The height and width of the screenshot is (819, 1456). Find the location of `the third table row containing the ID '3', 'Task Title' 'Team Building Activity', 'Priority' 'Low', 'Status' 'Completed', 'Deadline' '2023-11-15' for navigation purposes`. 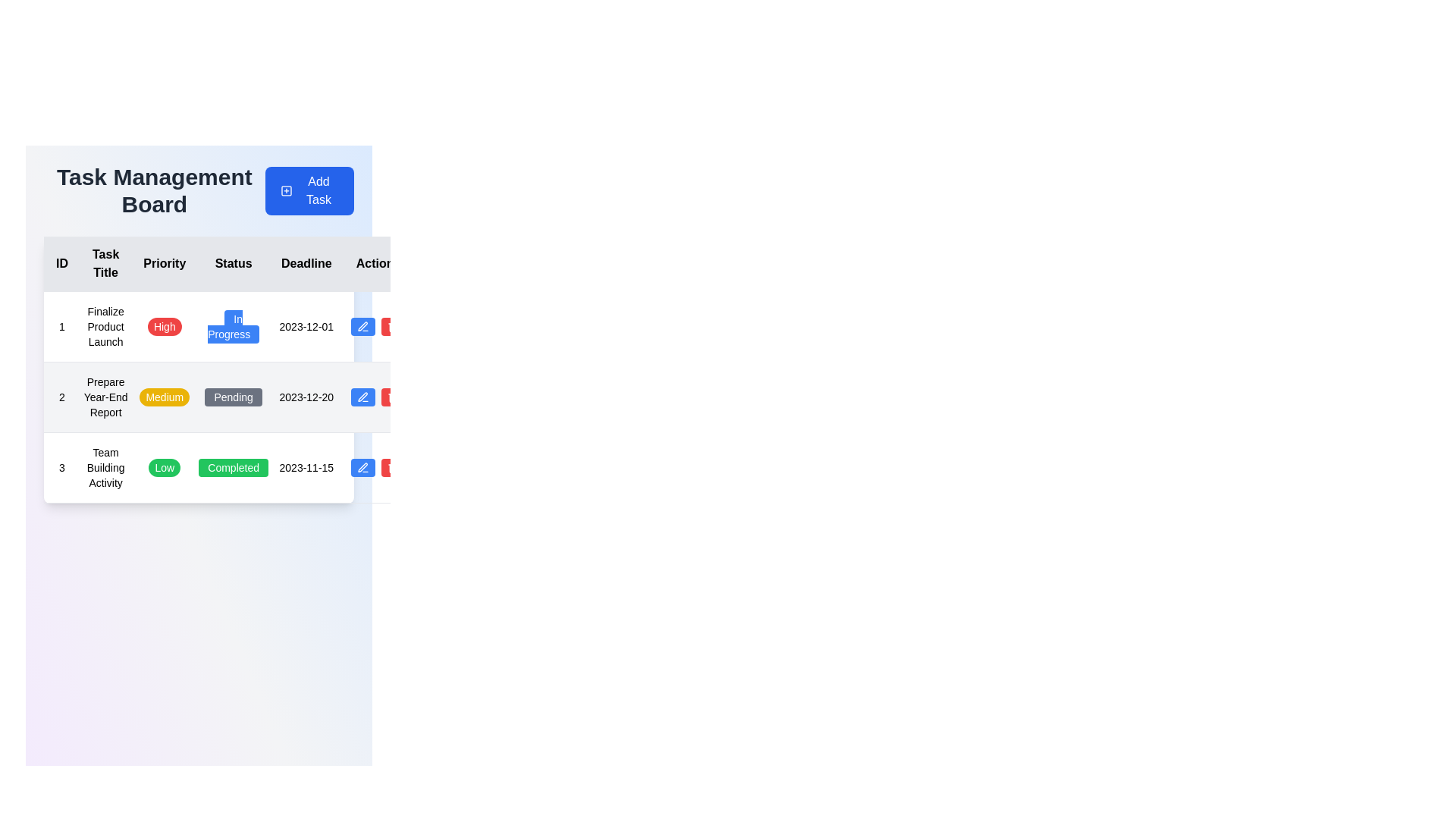

the third table row containing the ID '3', 'Task Title' 'Team Building Activity', 'Priority' 'Low', 'Status' 'Completed', 'Deadline' '2023-11-15' for navigation purposes is located at coordinates (227, 467).